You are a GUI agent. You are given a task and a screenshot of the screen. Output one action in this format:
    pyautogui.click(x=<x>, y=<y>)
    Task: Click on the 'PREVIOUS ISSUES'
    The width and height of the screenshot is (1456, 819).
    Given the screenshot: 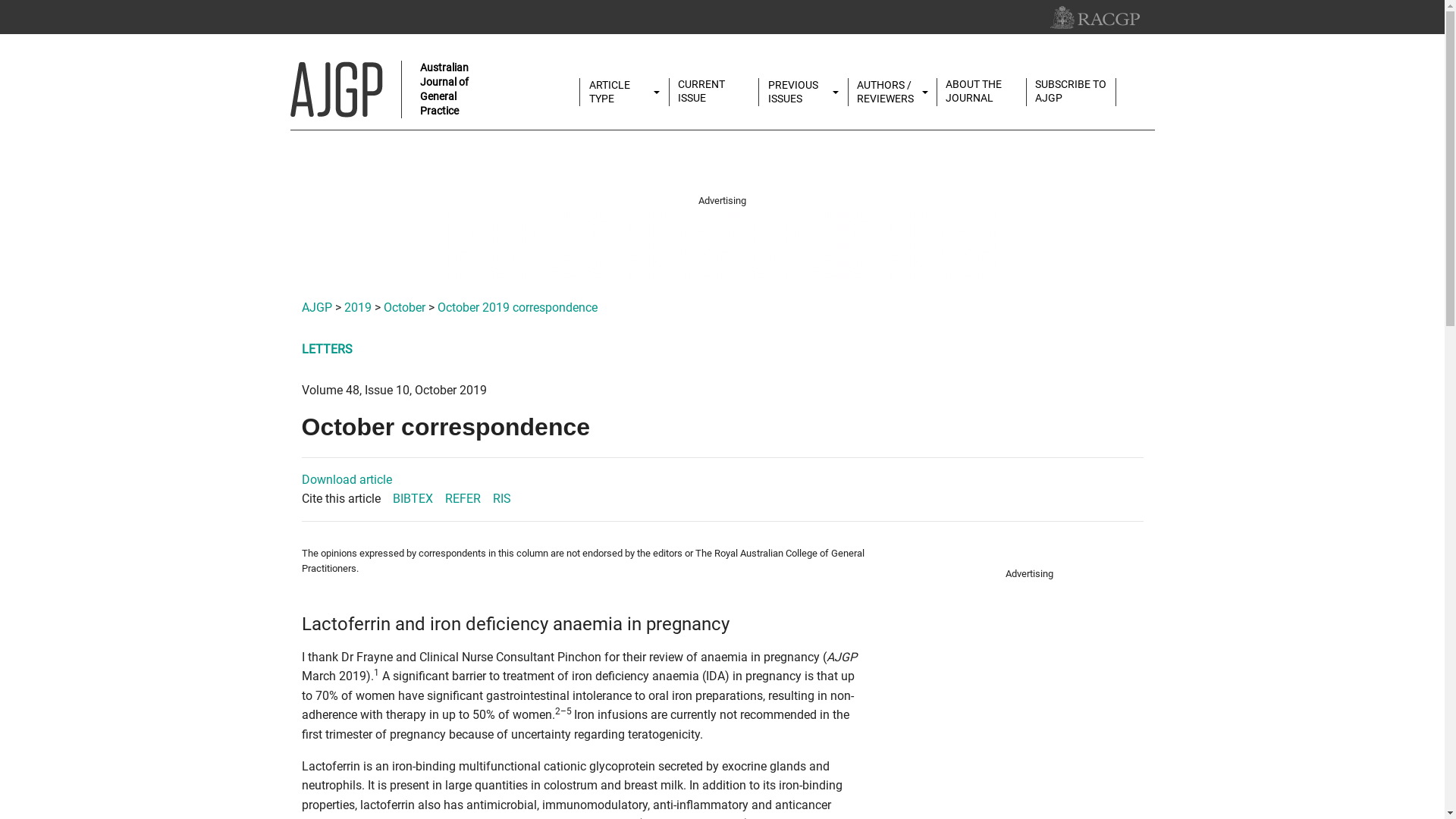 What is the action you would take?
    pyautogui.click(x=802, y=92)
    